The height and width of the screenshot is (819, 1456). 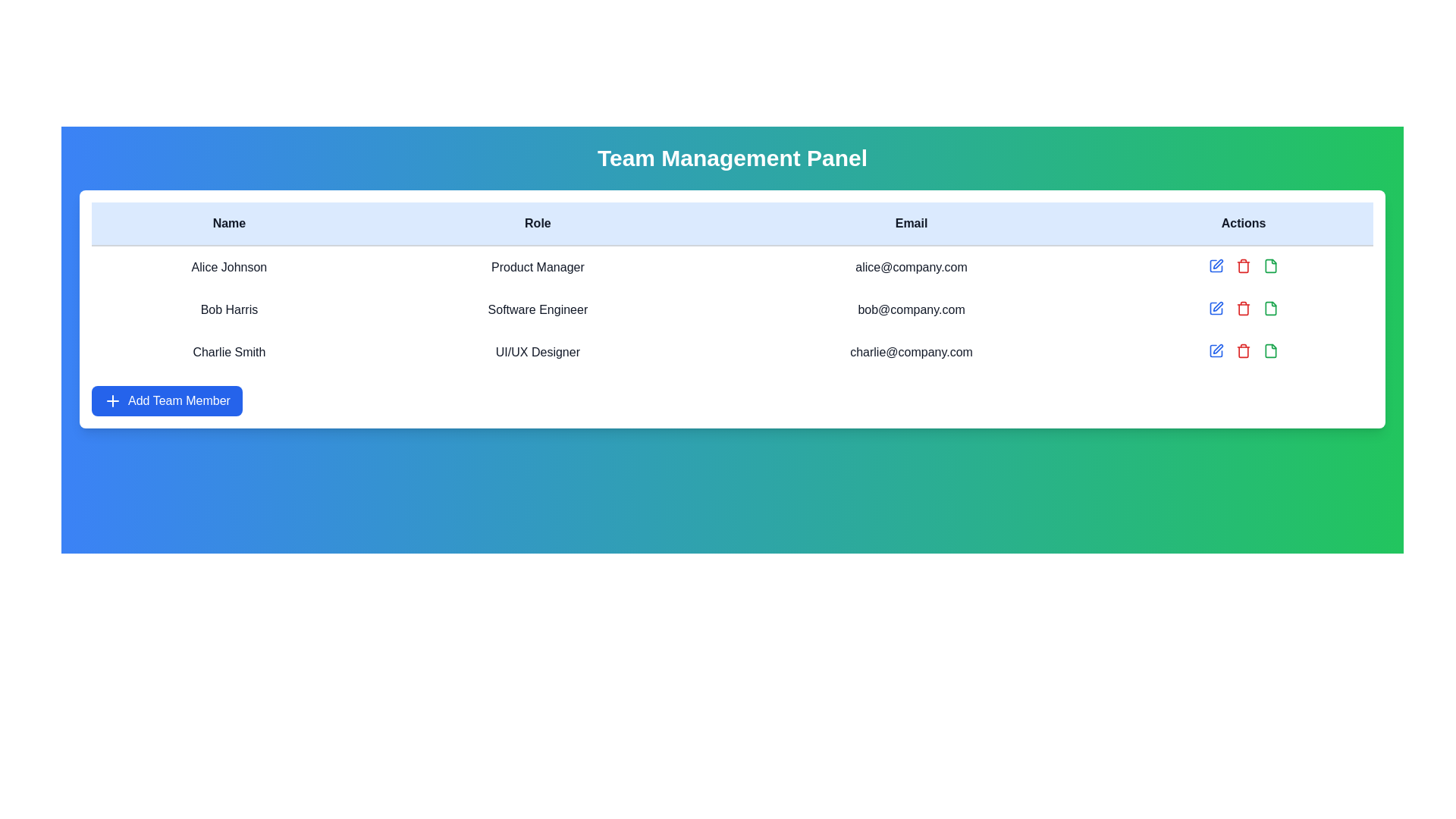 What do you see at coordinates (911, 224) in the screenshot?
I see `the Table Header Cell containing the text 'Email', which is the third column header in a light blue background within the table header row` at bounding box center [911, 224].